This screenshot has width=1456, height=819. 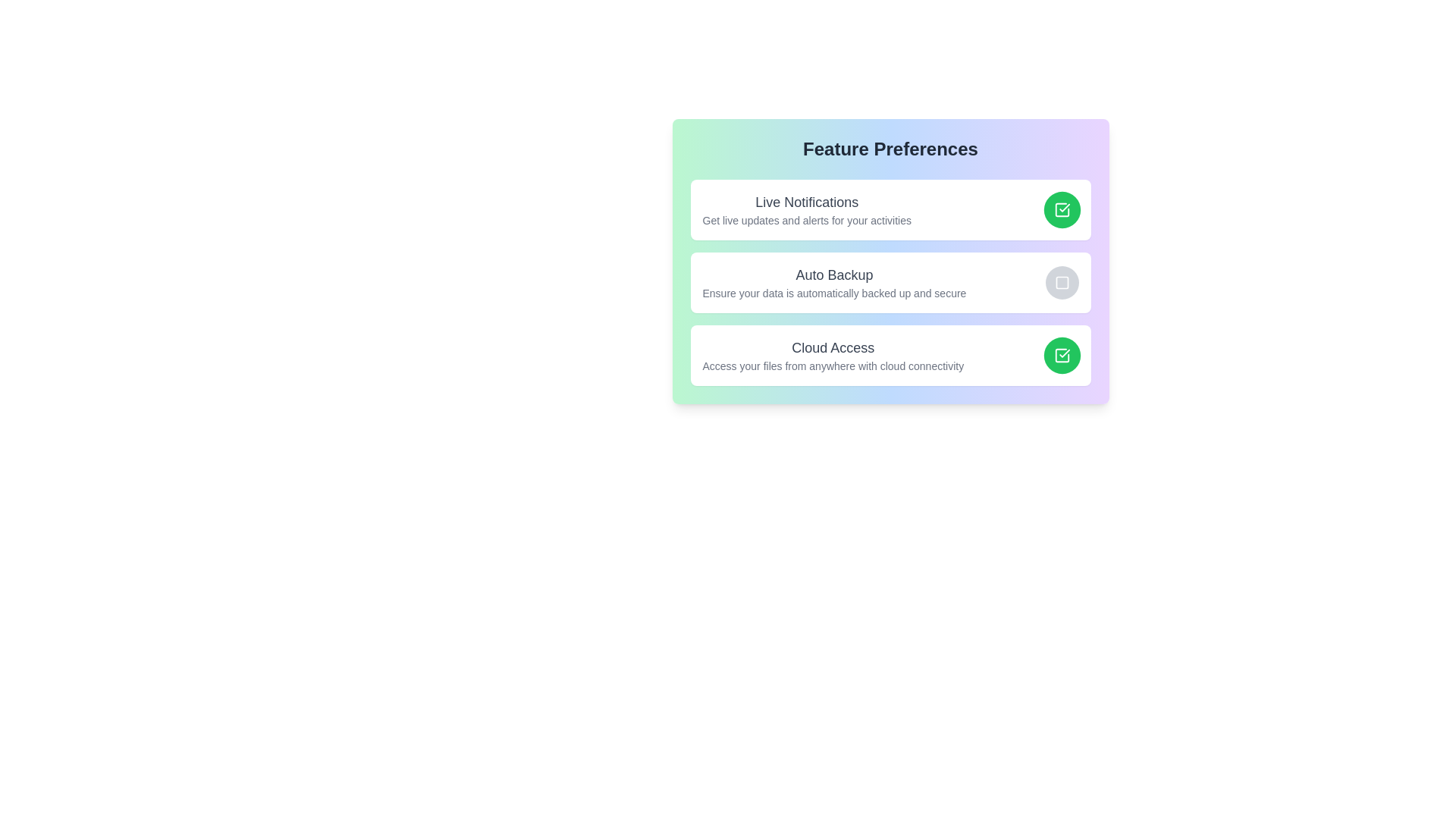 What do you see at coordinates (1061, 283) in the screenshot?
I see `the Auto Backup icon, which is positioned on the right side of the descriptive text and indicates the status of the Auto Backup feature` at bounding box center [1061, 283].